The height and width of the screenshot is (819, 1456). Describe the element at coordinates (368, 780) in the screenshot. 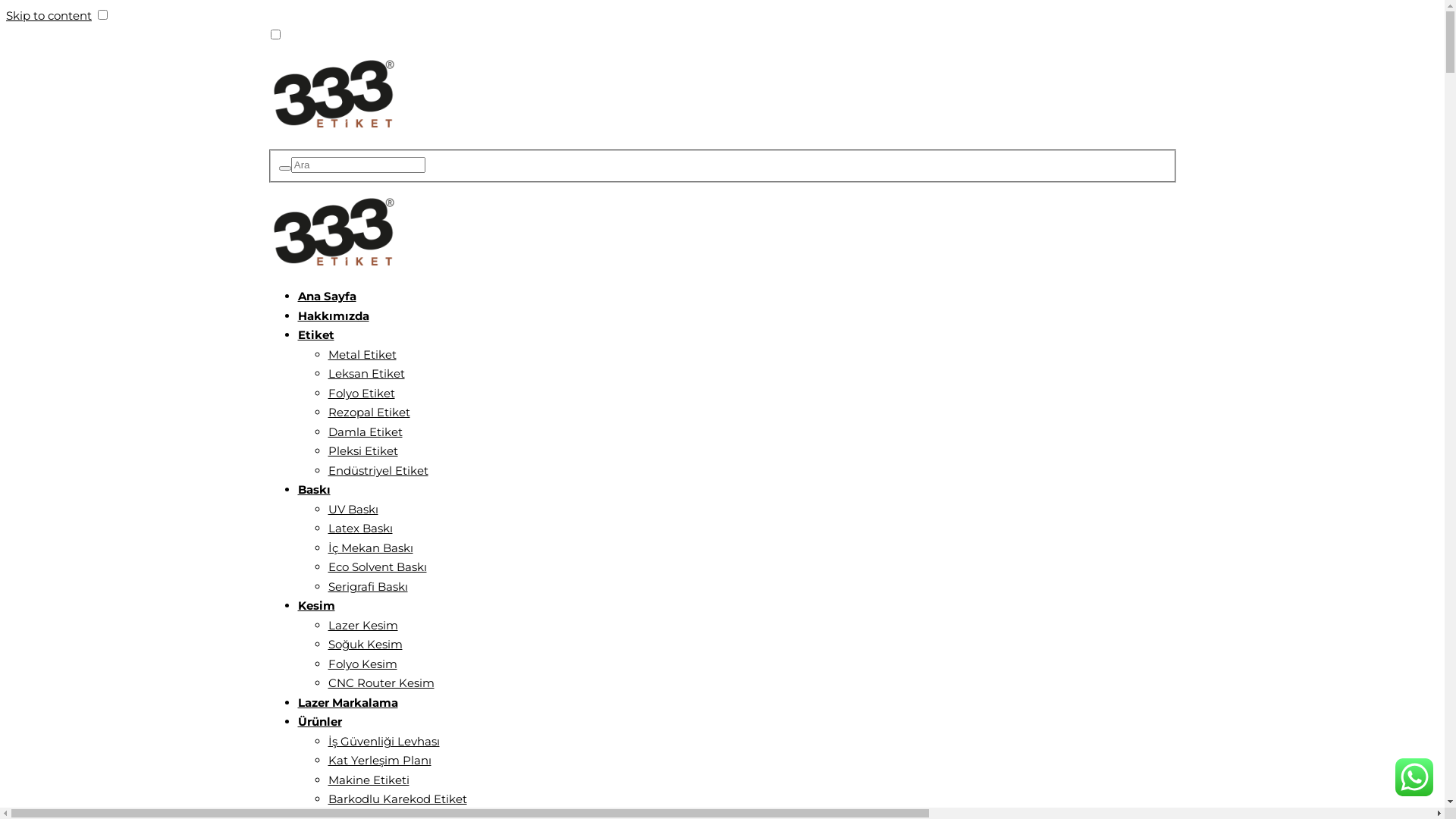

I see `'Makine Etiketi'` at that location.